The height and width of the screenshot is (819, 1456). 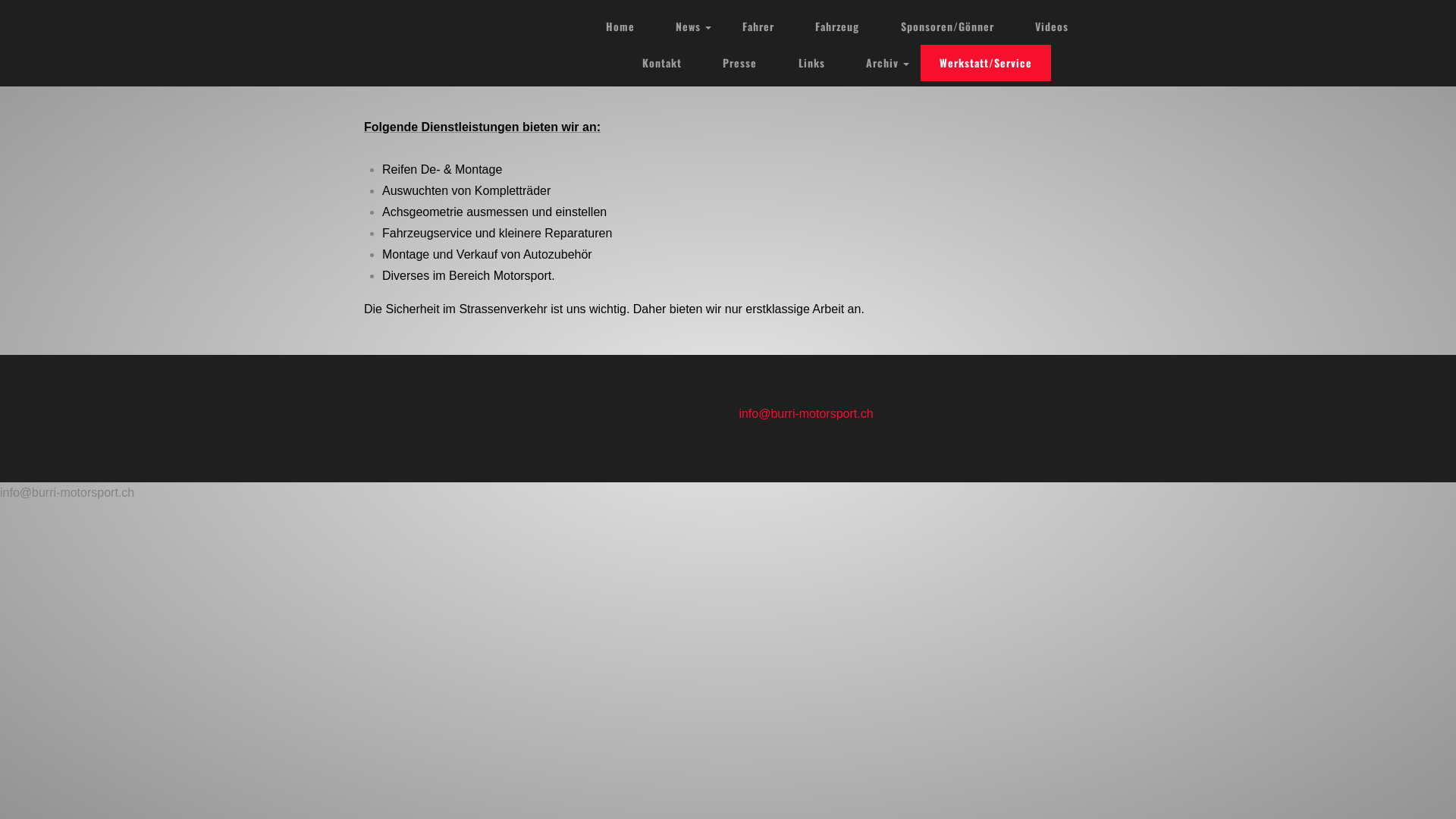 I want to click on 'Home', so click(x=620, y=26).